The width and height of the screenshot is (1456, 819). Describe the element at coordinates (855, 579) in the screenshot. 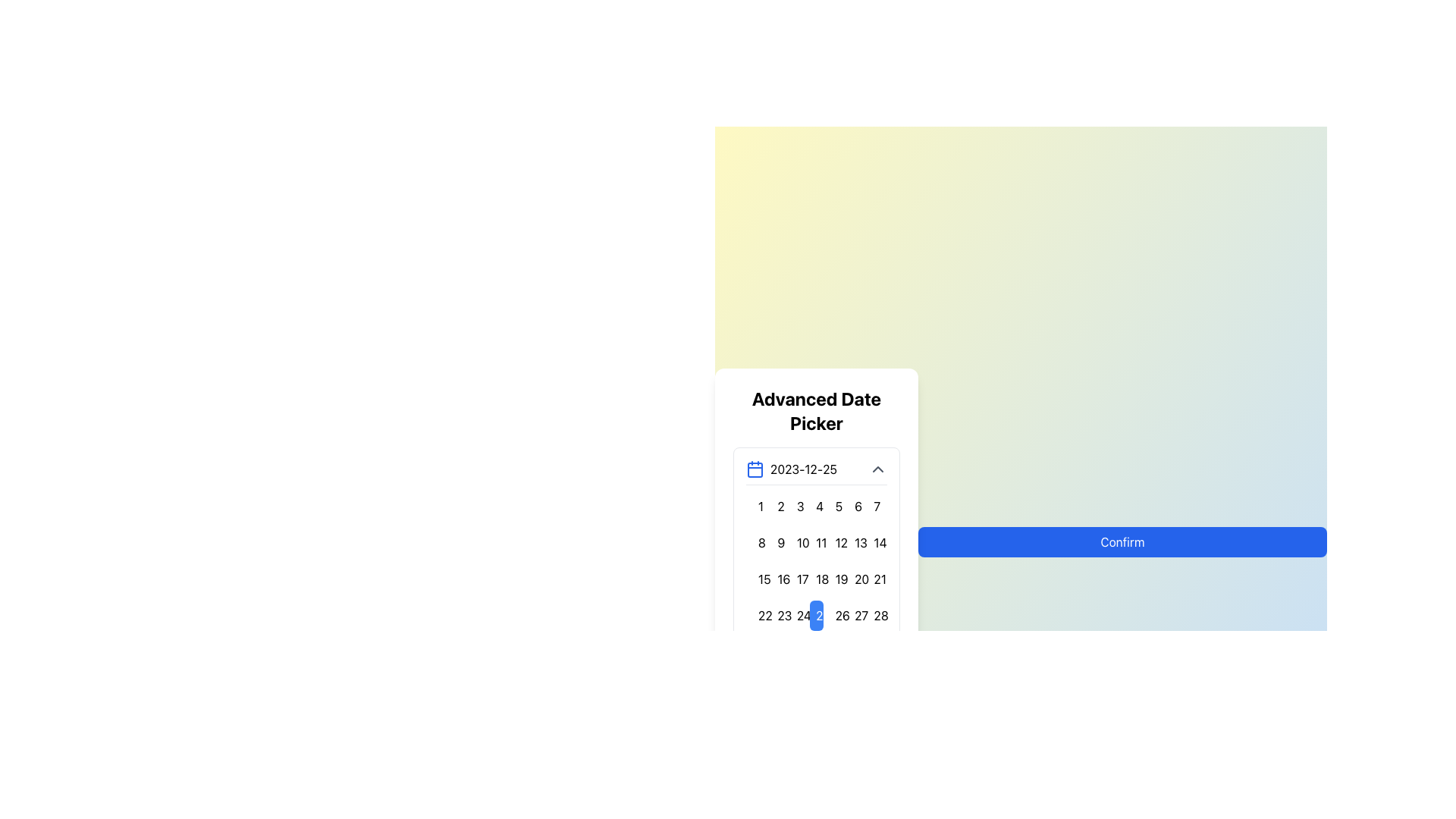

I see `the button displaying the number '20' located in the calendar grid under the 'Advanced Date Picker', specifically the sixth item in the third row` at that location.